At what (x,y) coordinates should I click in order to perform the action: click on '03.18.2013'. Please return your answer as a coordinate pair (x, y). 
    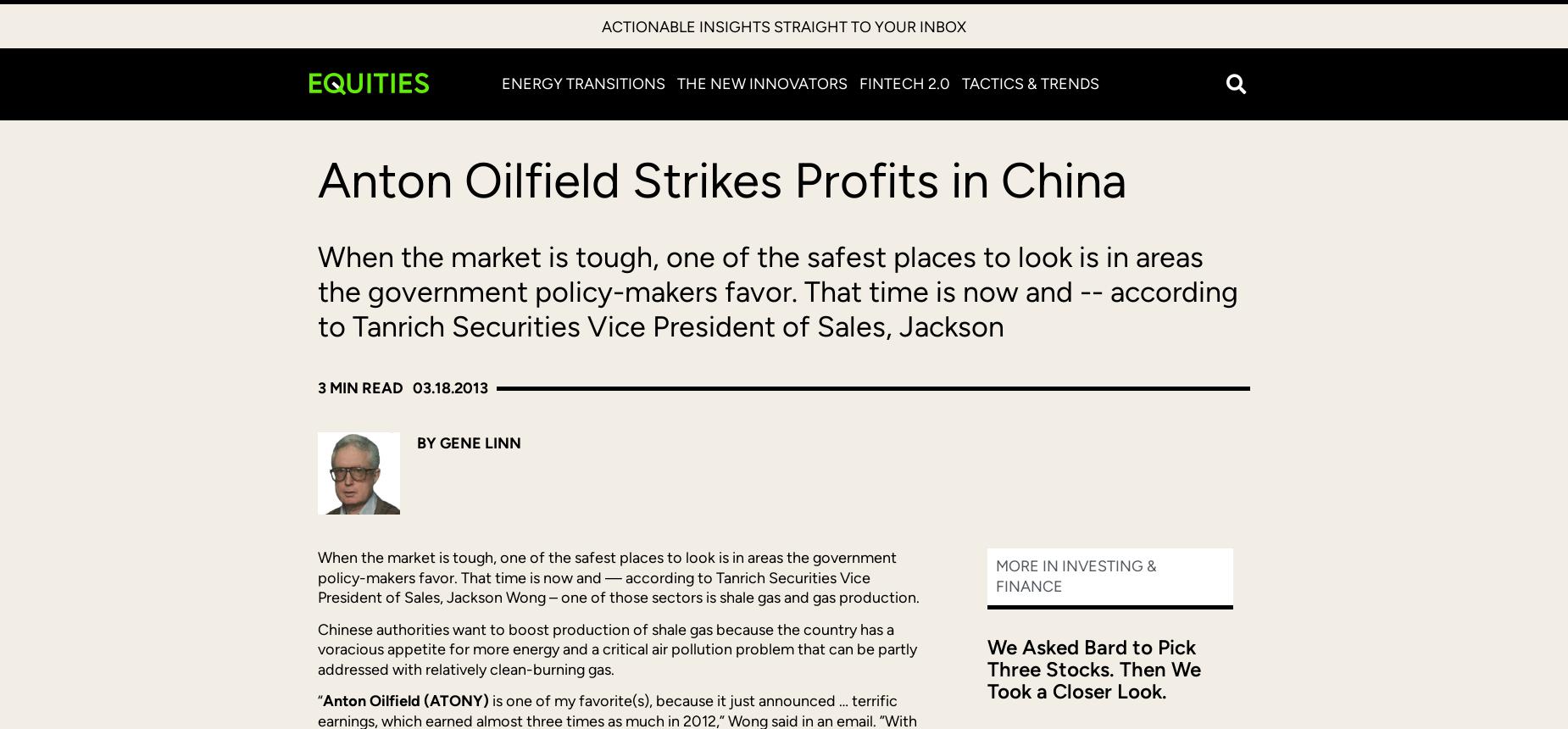
    Looking at the image, I should click on (450, 387).